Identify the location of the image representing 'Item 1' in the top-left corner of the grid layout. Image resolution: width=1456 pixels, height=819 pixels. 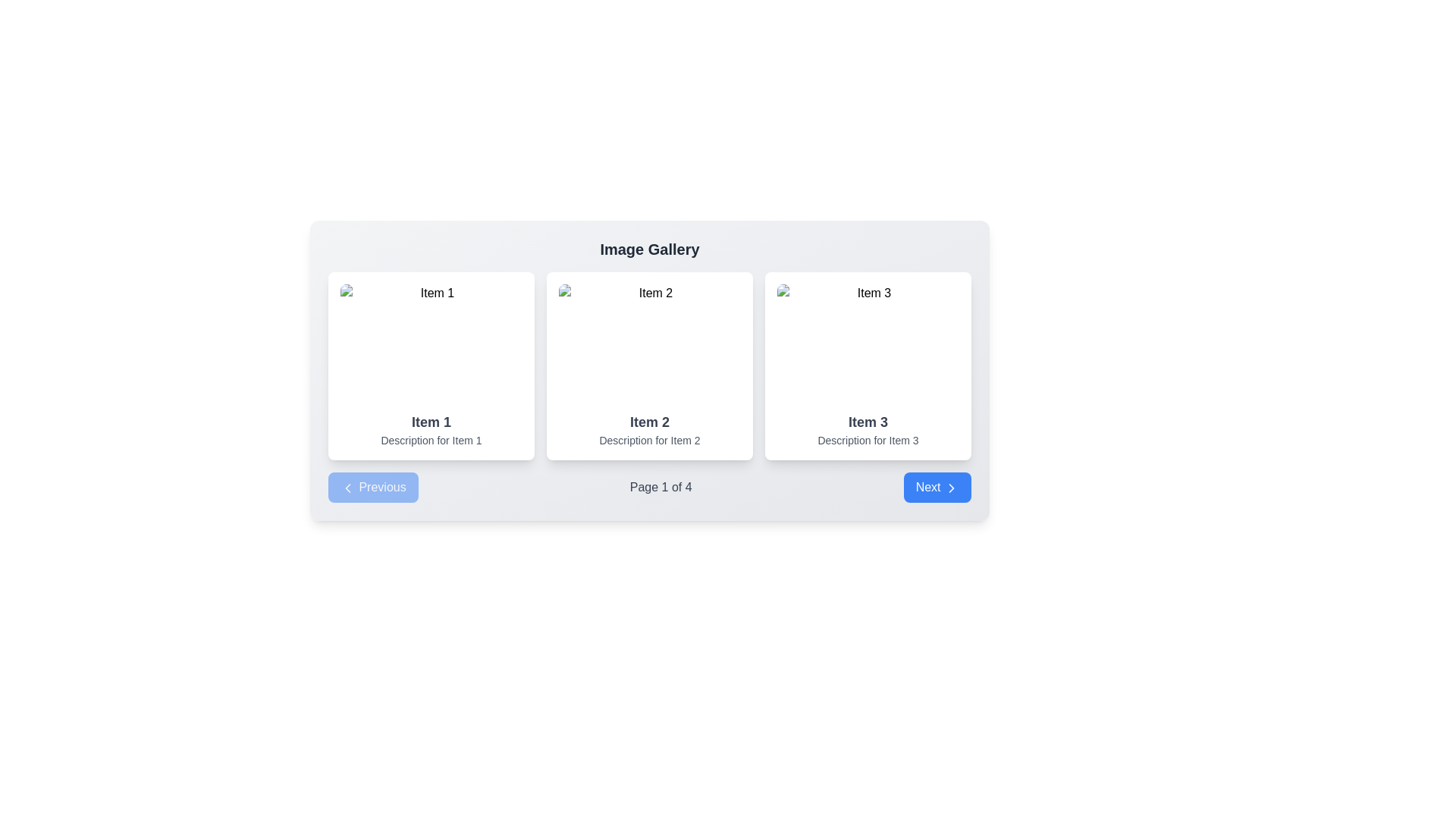
(431, 345).